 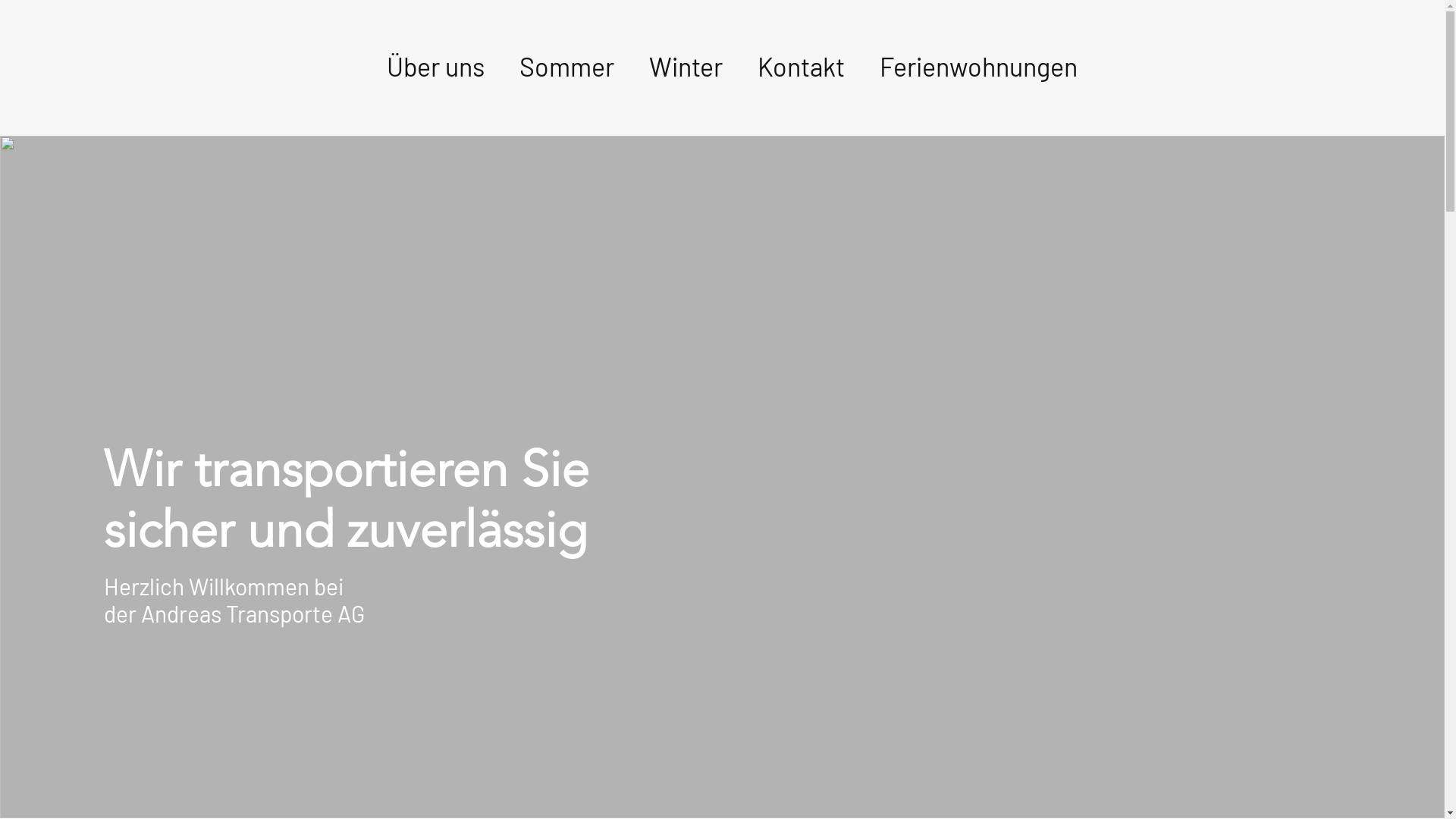 What do you see at coordinates (566, 66) in the screenshot?
I see `'Sommer'` at bounding box center [566, 66].